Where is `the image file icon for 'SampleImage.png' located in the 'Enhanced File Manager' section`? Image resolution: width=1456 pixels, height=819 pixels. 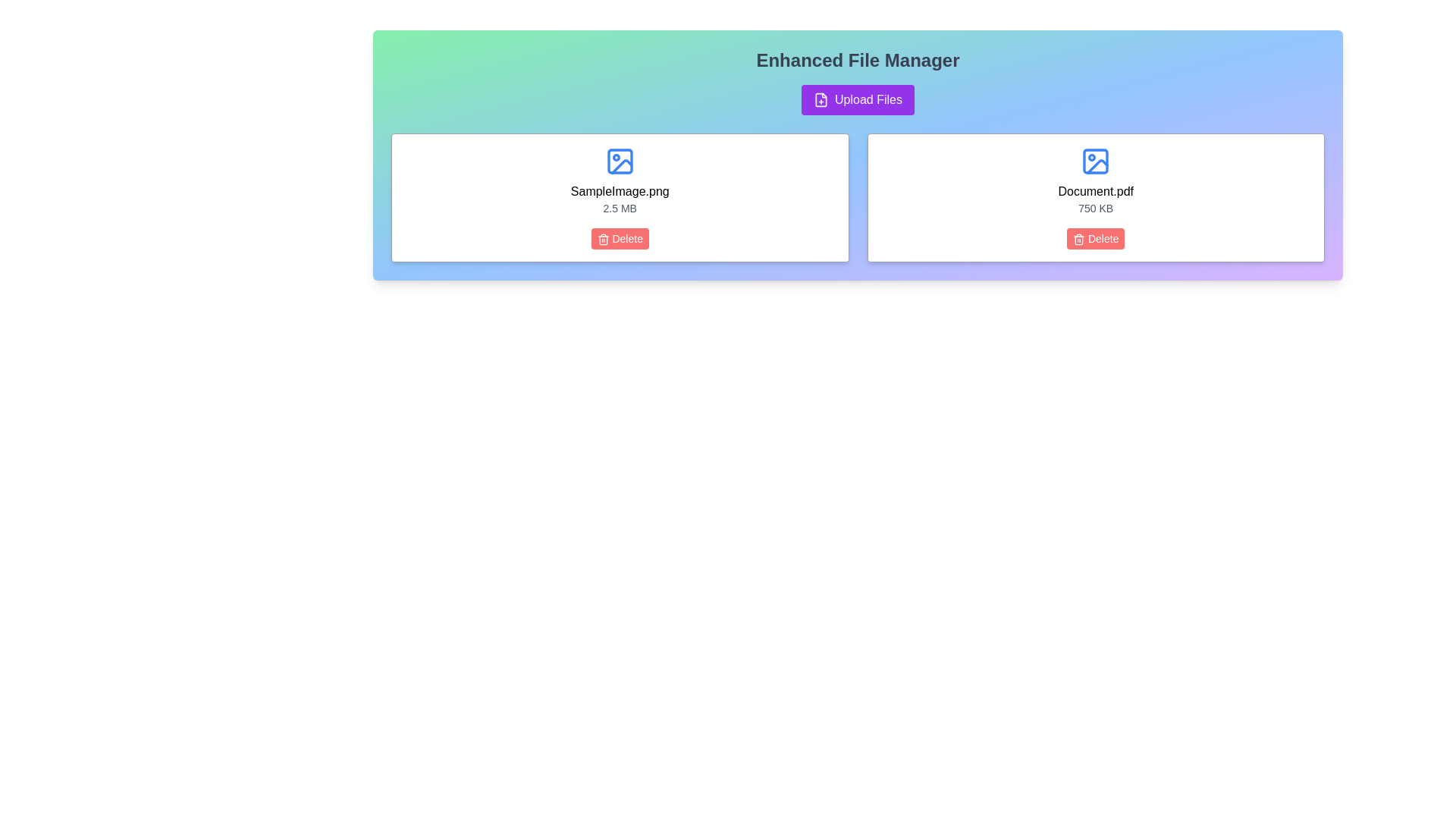
the image file icon for 'SampleImage.png' located in the 'Enhanced File Manager' section is located at coordinates (620, 161).